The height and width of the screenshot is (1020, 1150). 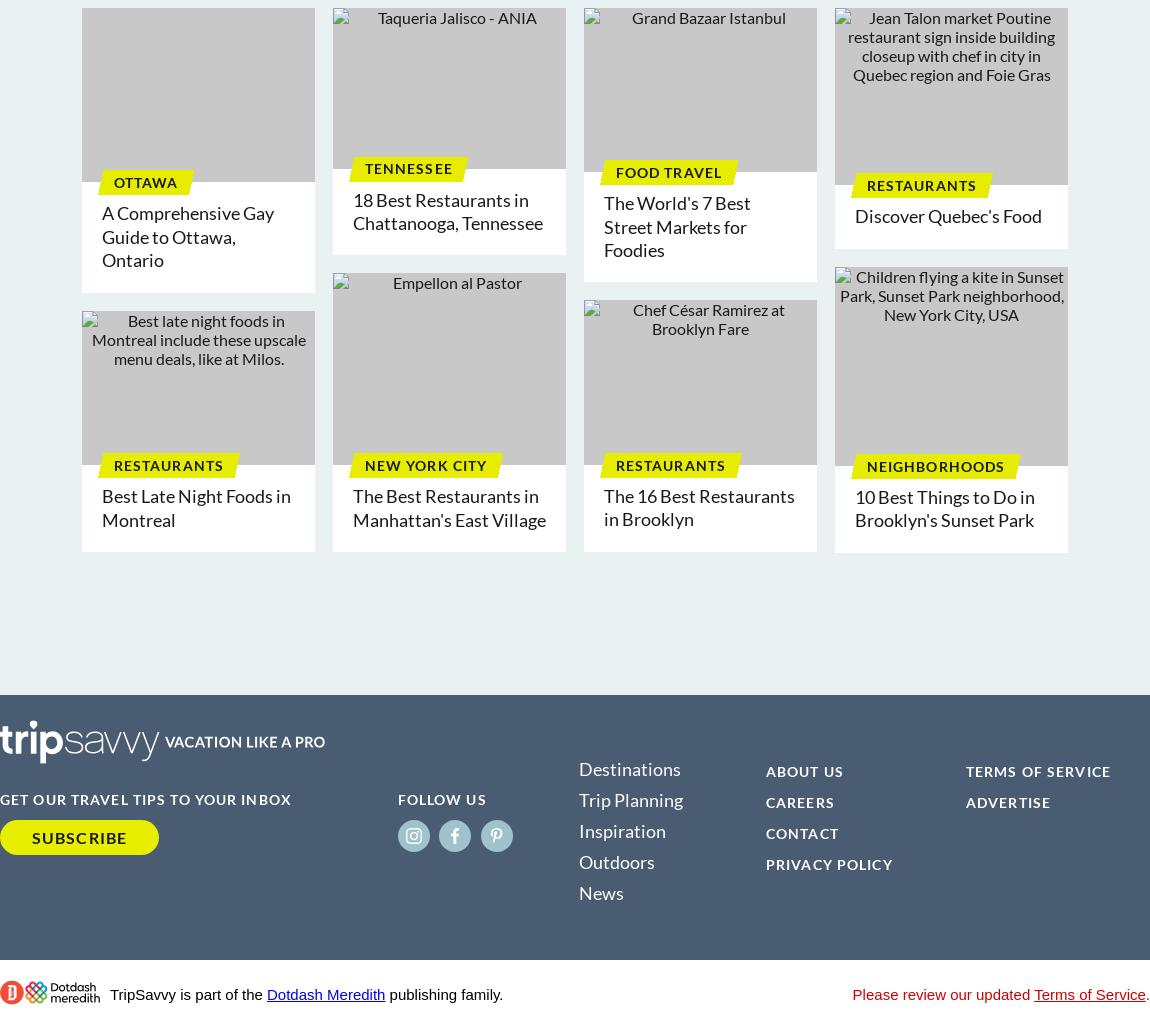 What do you see at coordinates (144, 797) in the screenshot?
I see `'Get Our Travel Tips to Your Inbox'` at bounding box center [144, 797].